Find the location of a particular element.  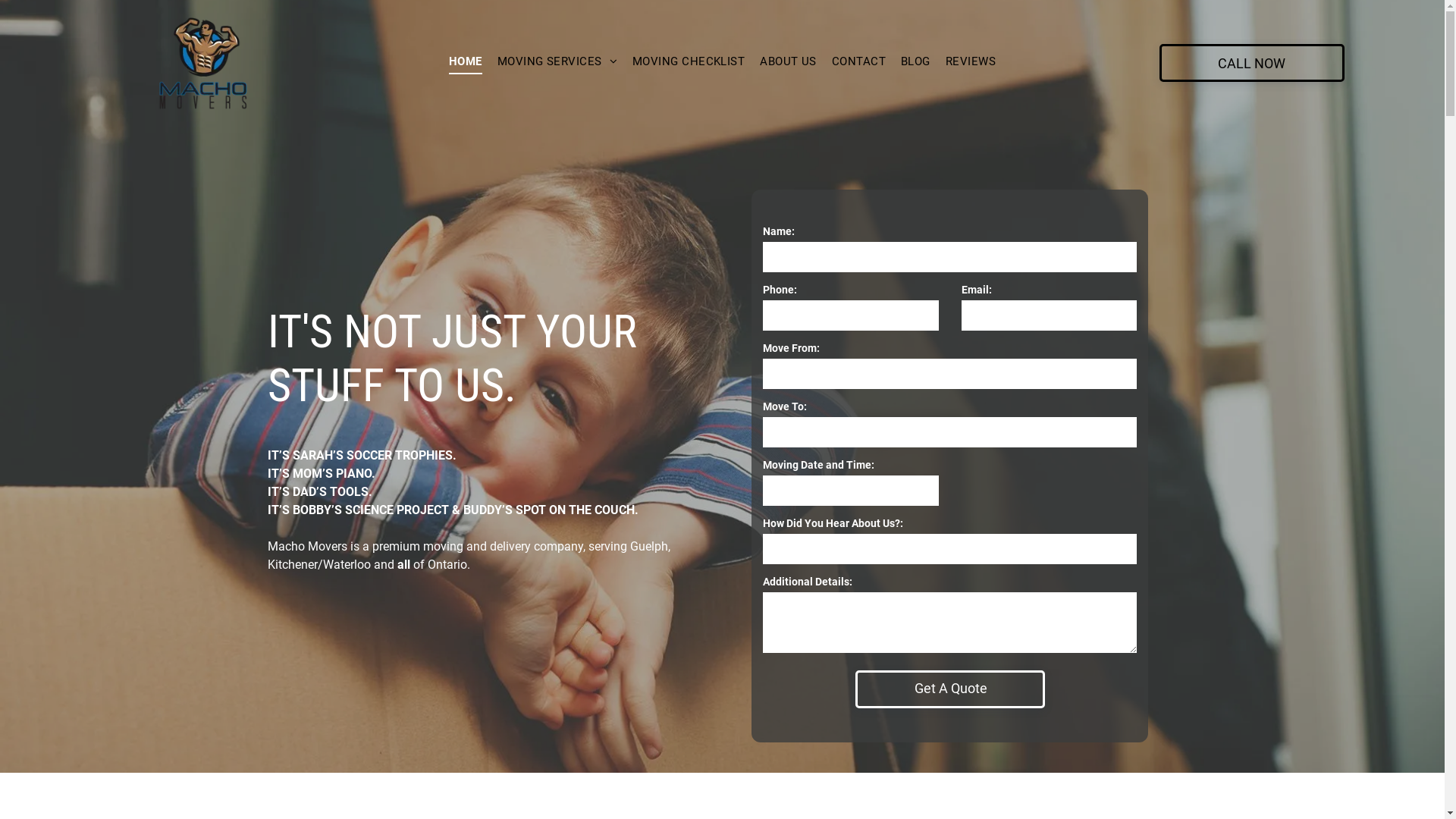

'REVIEWS' is located at coordinates (971, 61).